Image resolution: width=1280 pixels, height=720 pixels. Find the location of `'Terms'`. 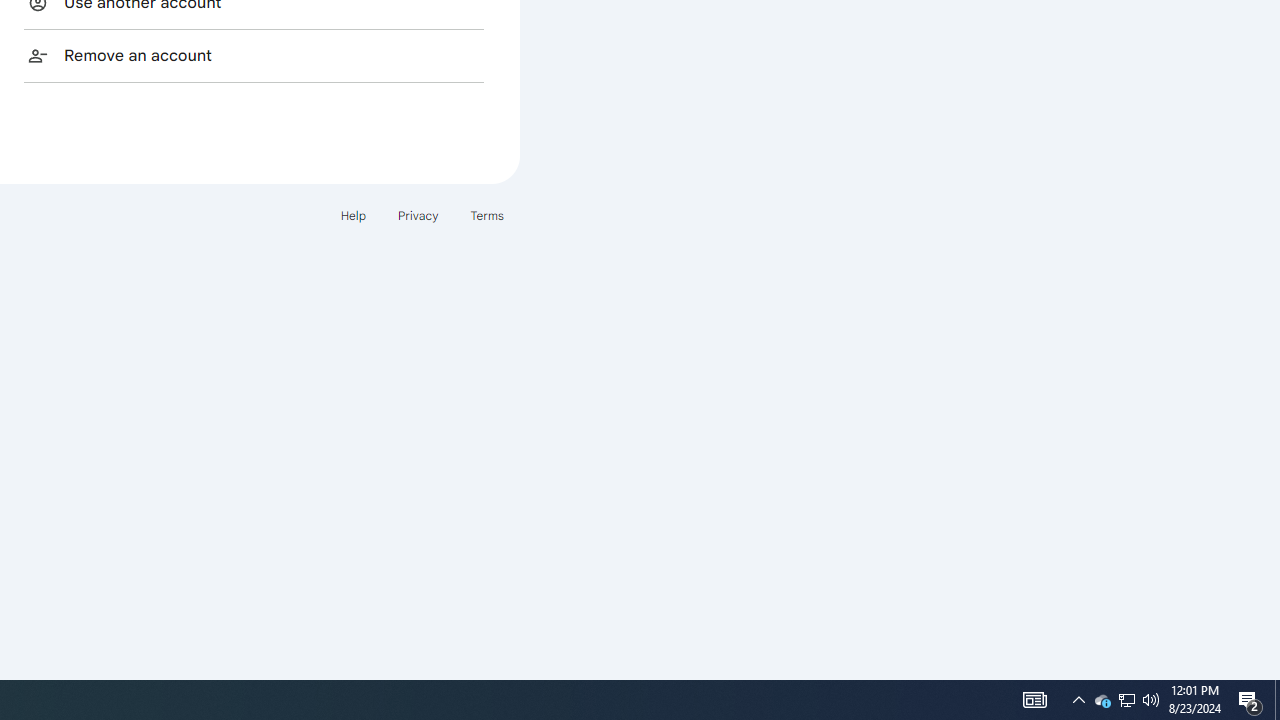

'Terms' is located at coordinates (487, 215).